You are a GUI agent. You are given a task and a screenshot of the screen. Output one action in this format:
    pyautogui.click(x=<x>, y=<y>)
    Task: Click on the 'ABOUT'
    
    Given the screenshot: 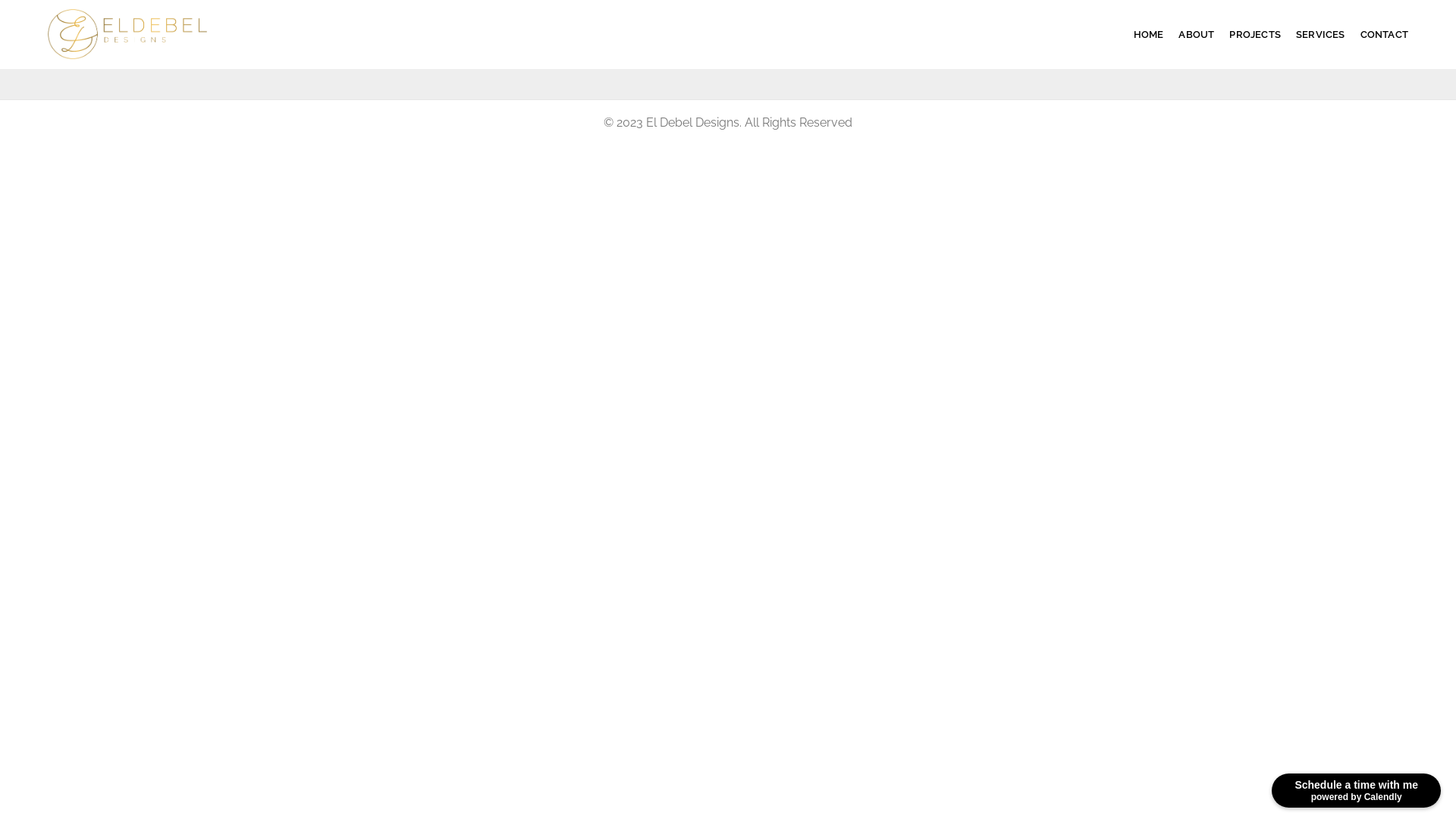 What is the action you would take?
    pyautogui.click(x=1195, y=34)
    